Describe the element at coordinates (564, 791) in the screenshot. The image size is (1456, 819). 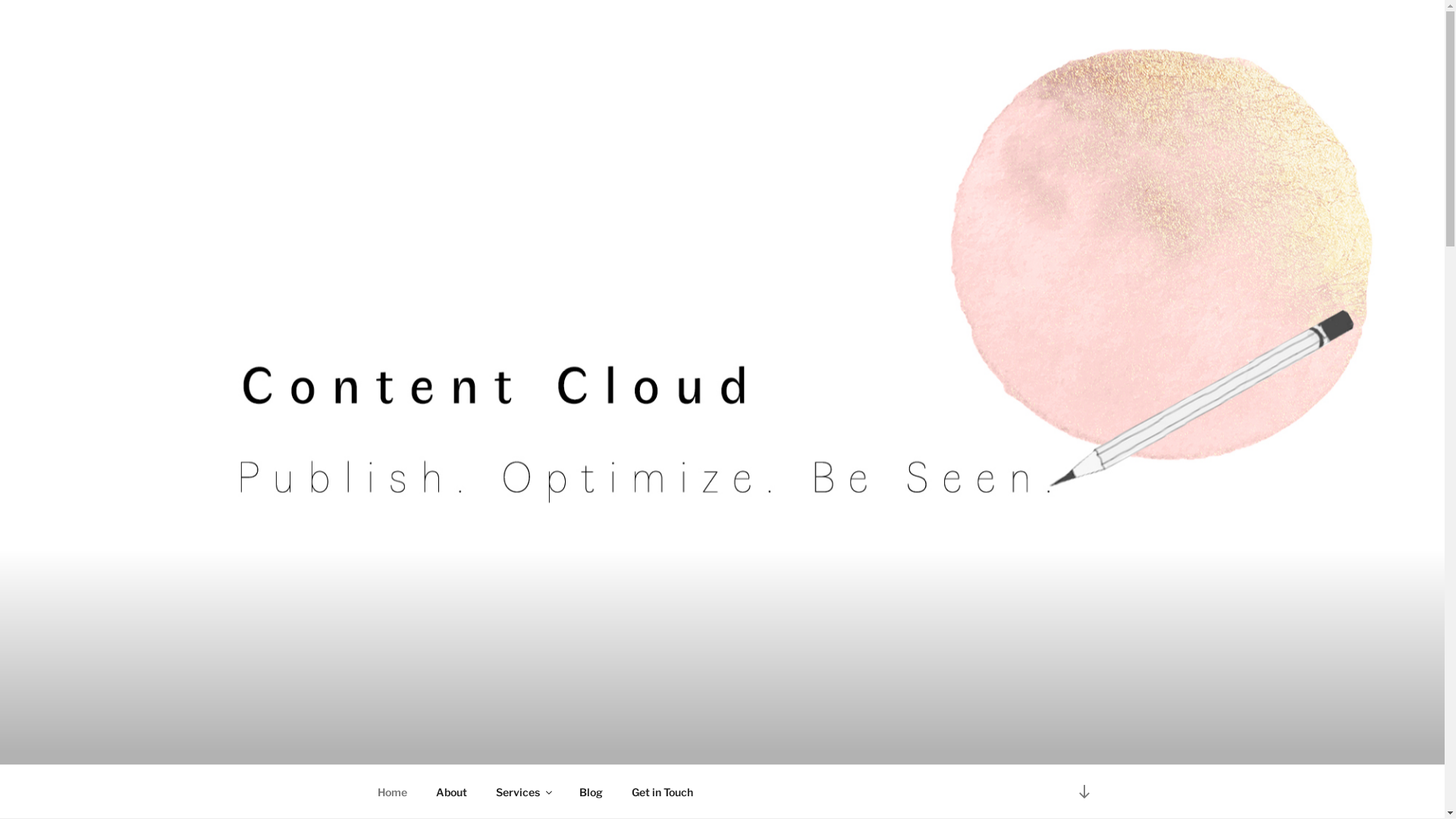
I see `'Blog'` at that location.